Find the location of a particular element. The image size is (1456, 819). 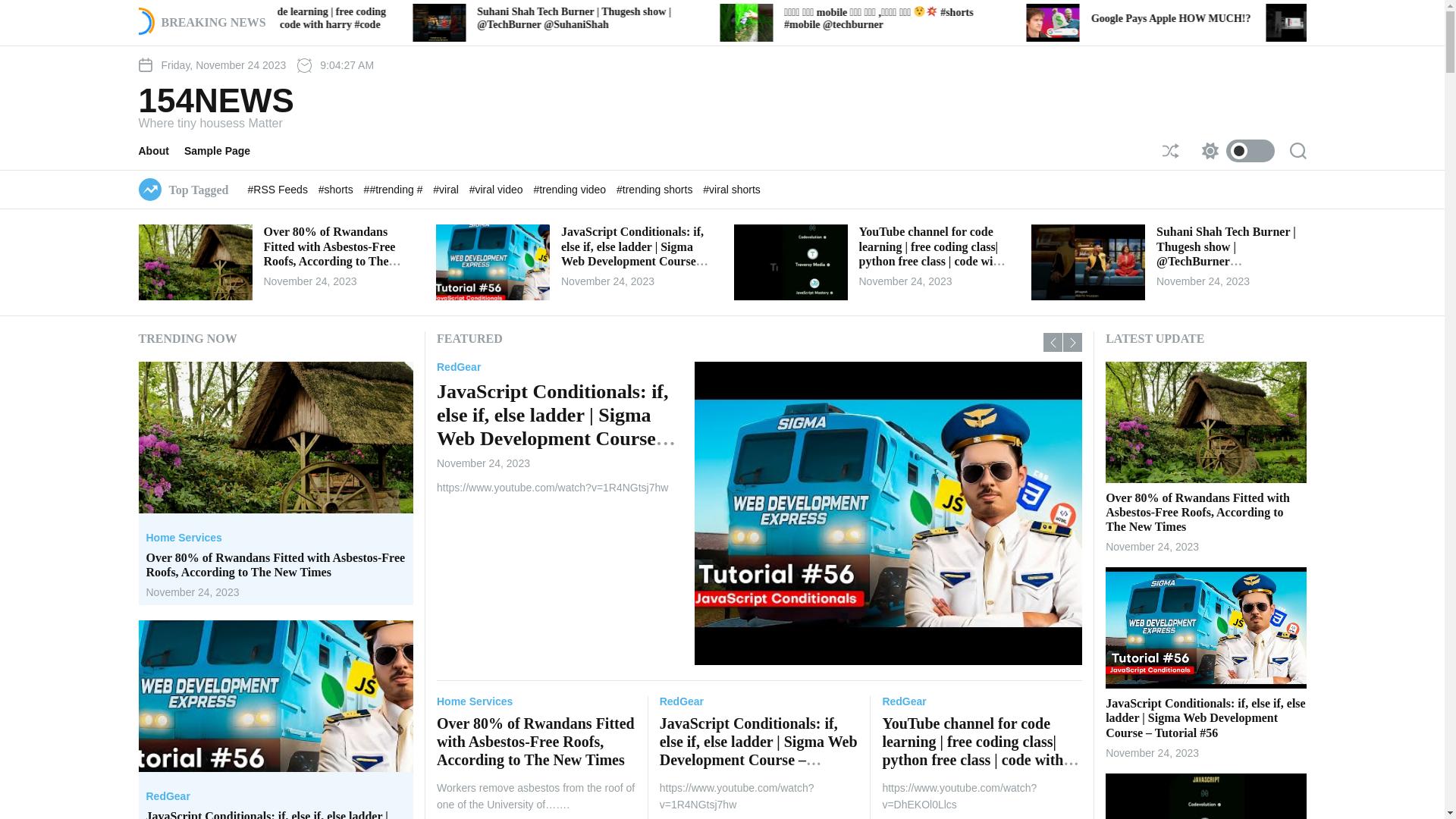

'Search' is located at coordinates (1296, 151).